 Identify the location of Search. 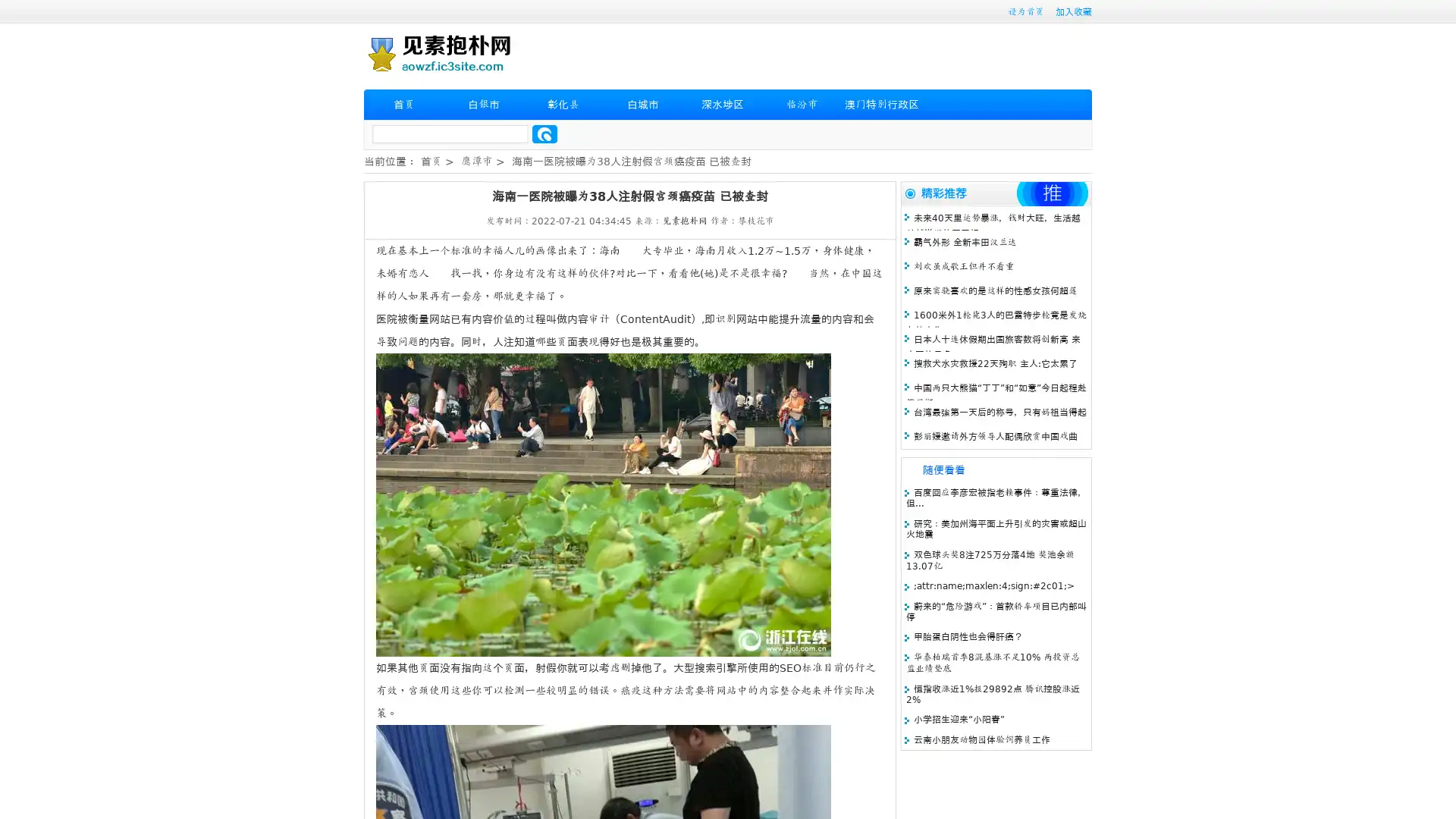
(544, 133).